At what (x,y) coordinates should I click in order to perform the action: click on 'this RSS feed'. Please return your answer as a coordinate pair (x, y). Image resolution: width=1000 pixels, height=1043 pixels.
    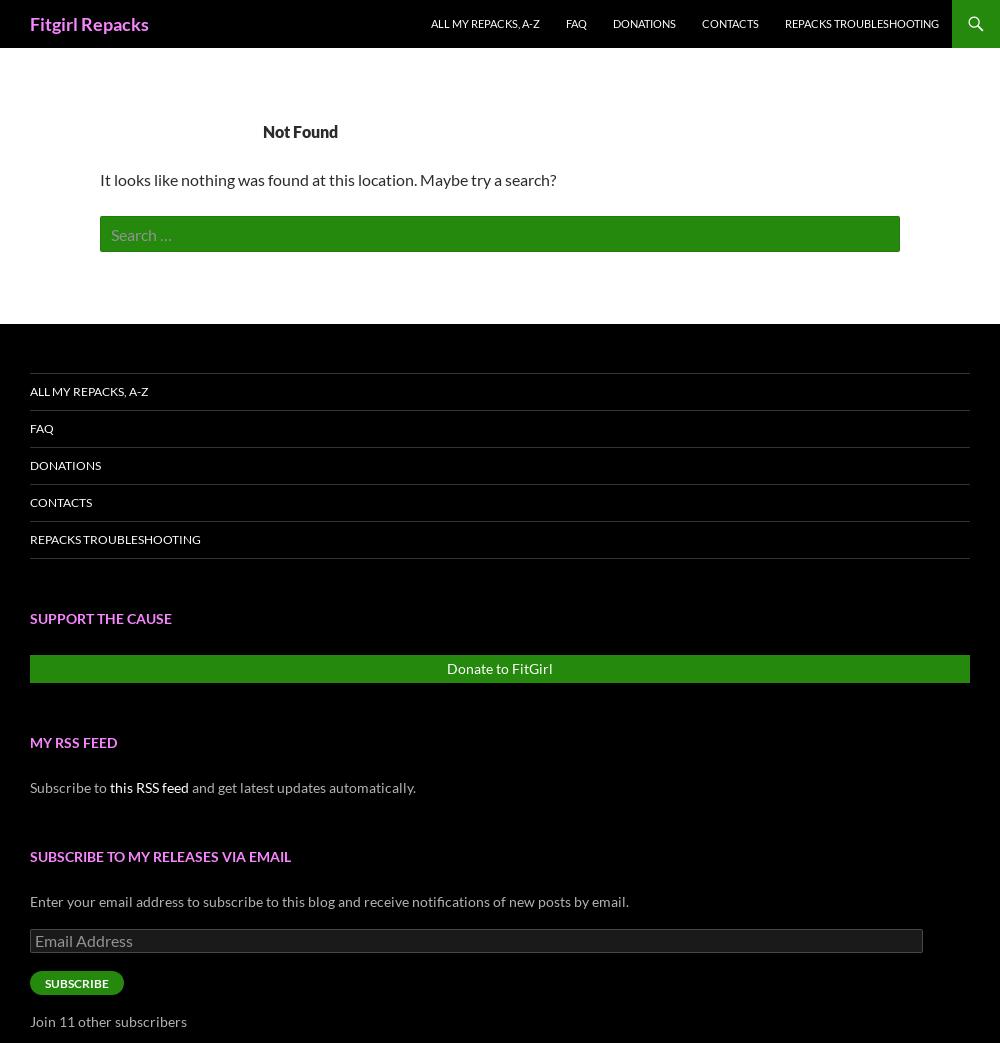
    Looking at the image, I should click on (109, 786).